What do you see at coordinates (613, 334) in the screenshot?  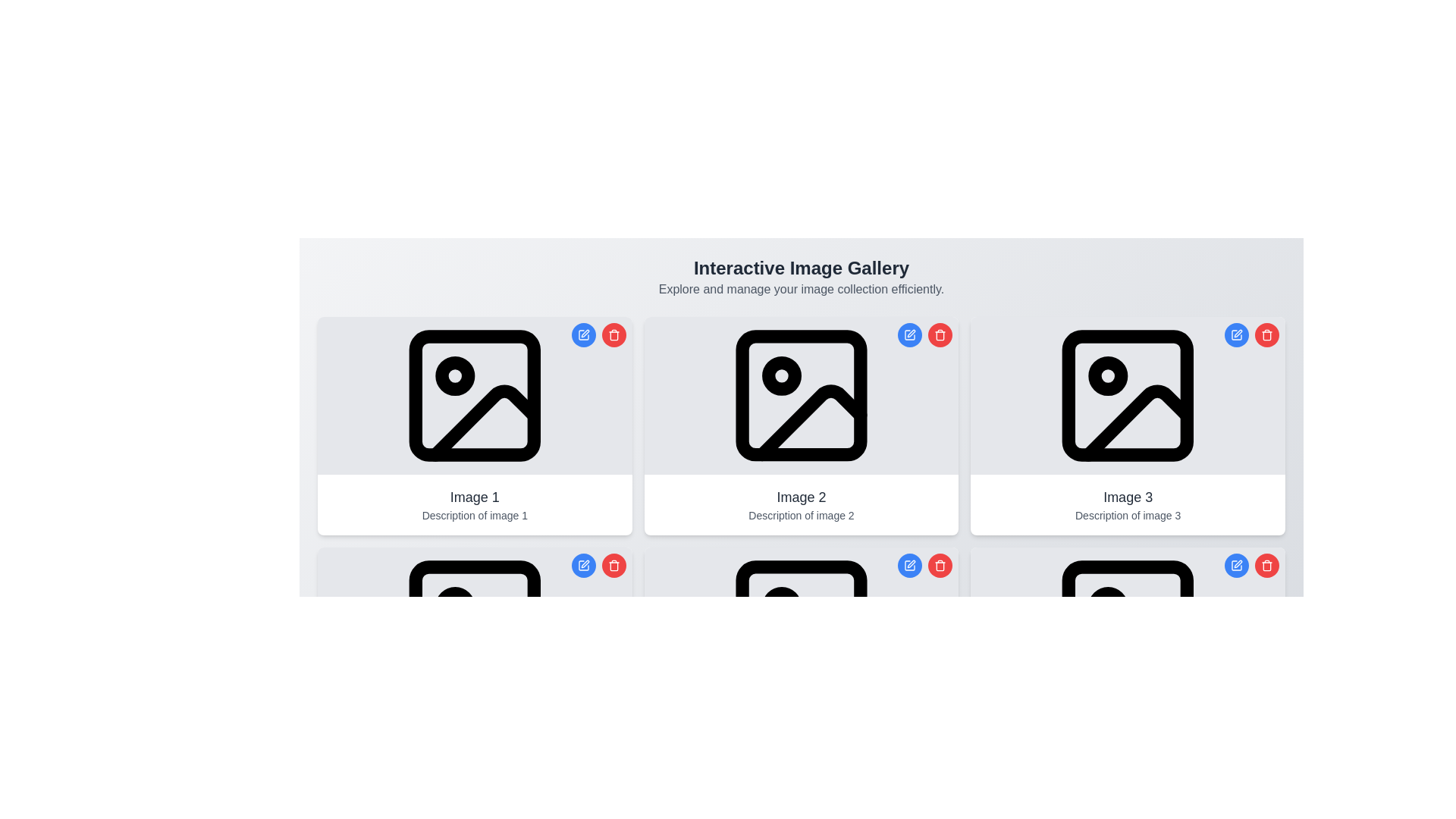 I see `the delete button (Trash can icon) located at the top-right of the card displaying 'Image 1' to initiate the delete action for the associated item` at bounding box center [613, 334].